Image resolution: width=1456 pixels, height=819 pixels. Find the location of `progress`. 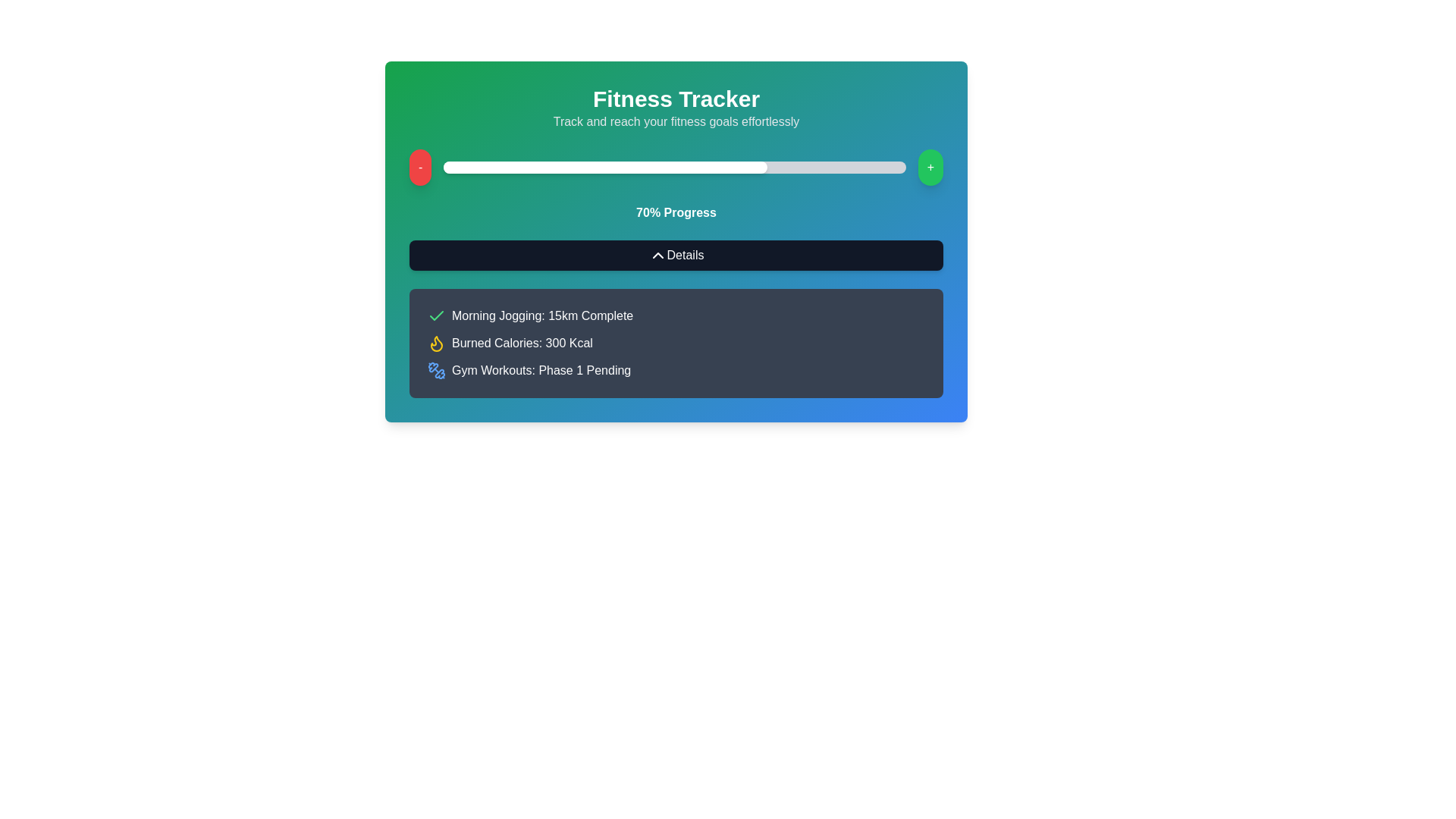

progress is located at coordinates (673, 167).